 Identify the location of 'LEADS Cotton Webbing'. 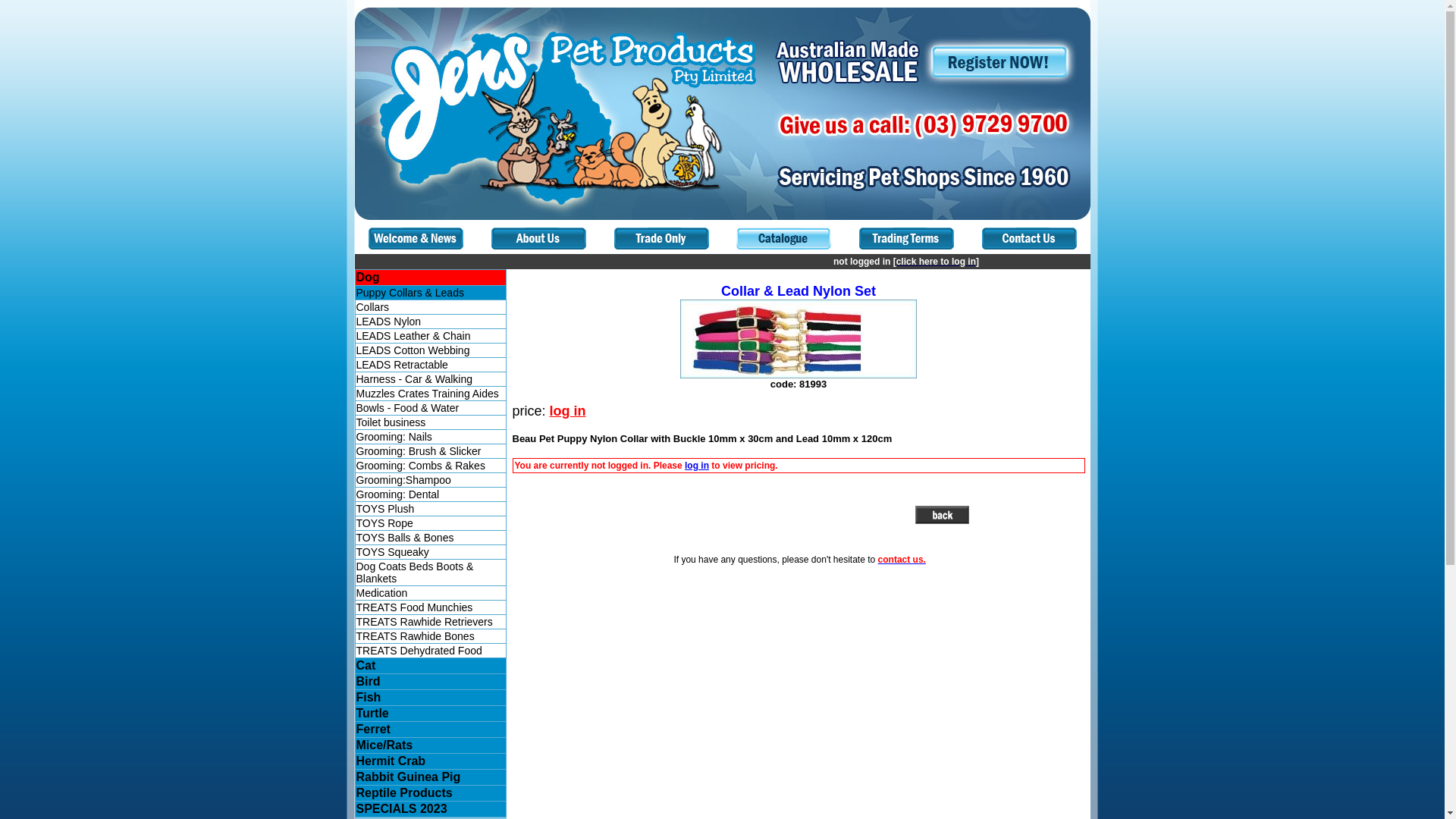
(428, 350).